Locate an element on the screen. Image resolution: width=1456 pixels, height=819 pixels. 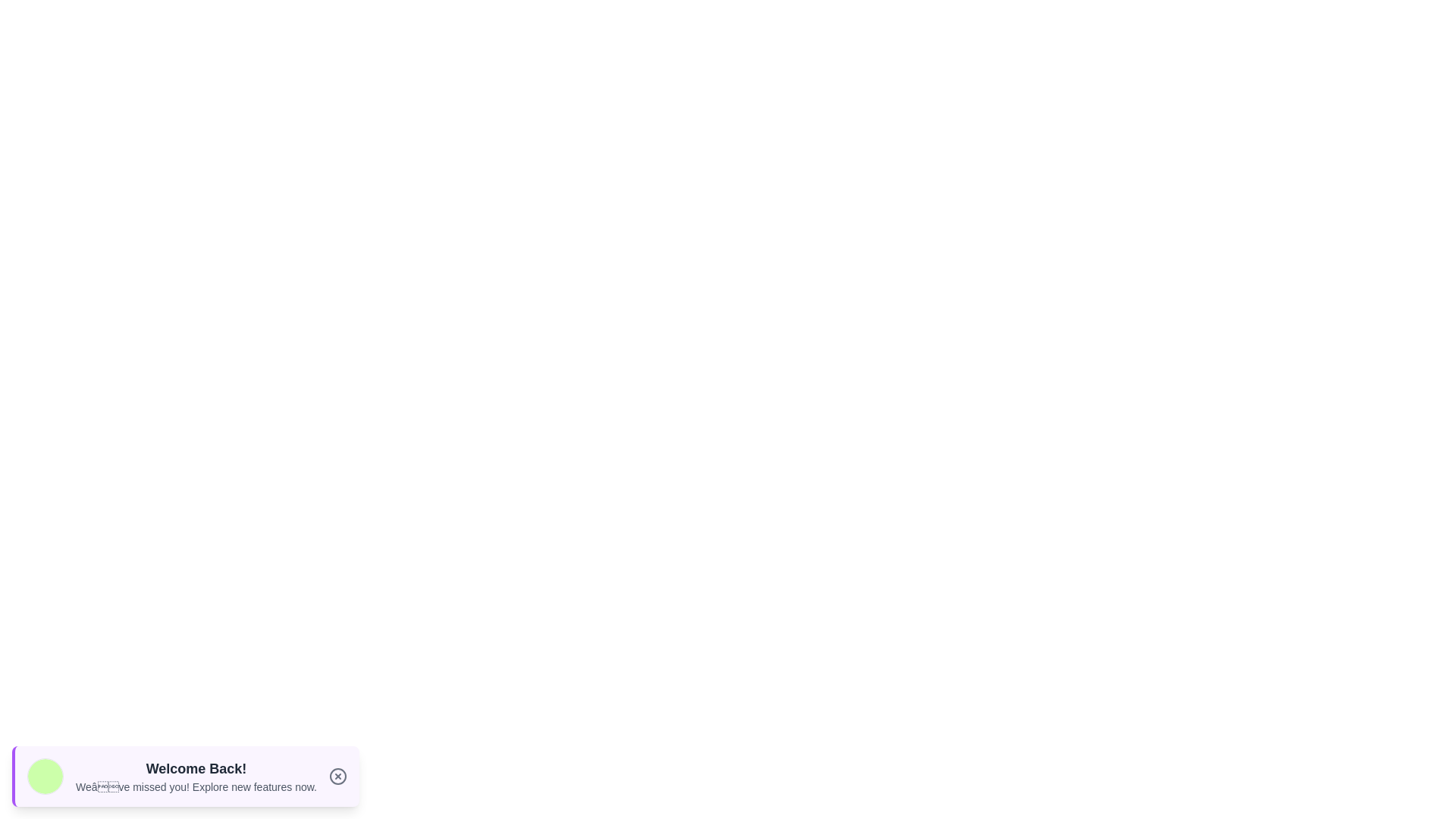
the close button to observe interaction feedback is located at coordinates (337, 776).